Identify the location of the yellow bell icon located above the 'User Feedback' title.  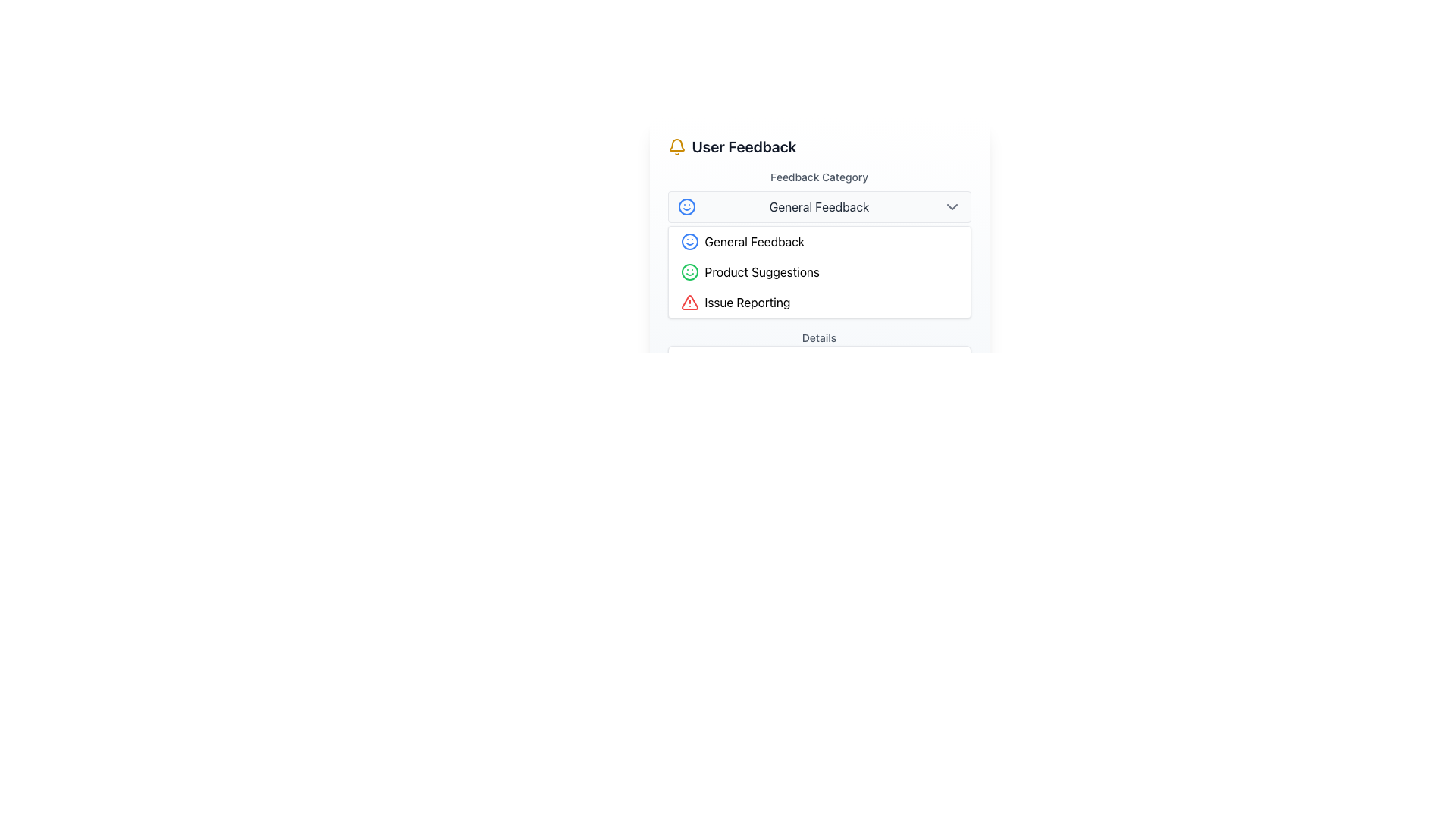
(676, 145).